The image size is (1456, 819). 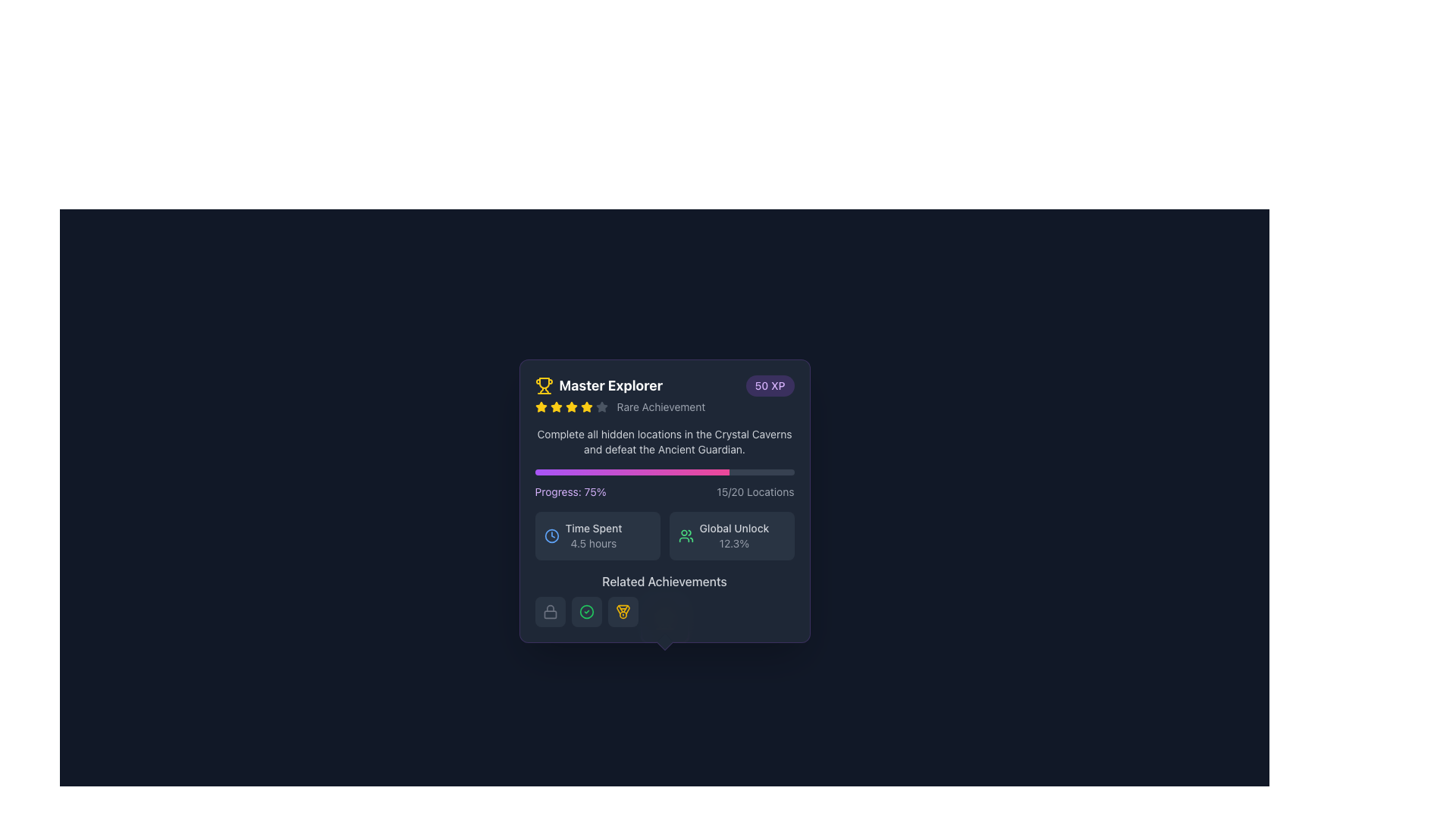 I want to click on the circular icon with a green border and a checkmark inside, located in the 'Related Achievements' section of the card interface, so click(x=585, y=610).